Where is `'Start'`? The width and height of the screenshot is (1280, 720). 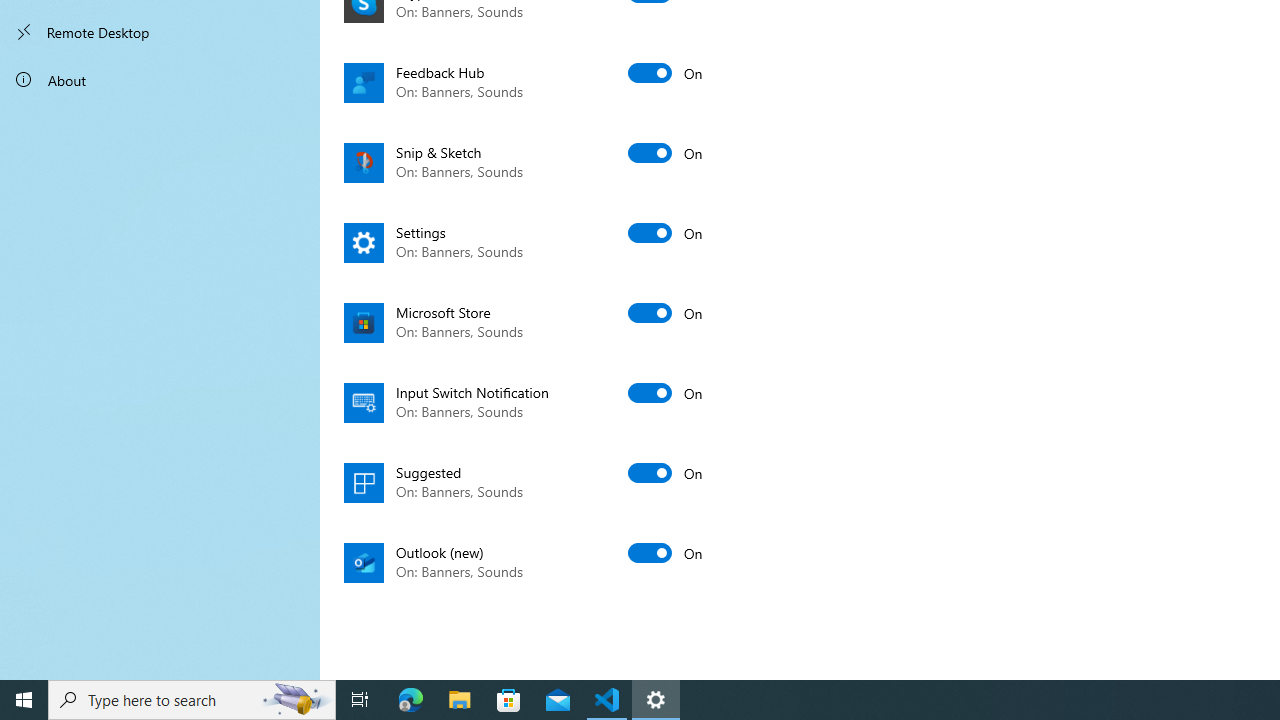
'Start' is located at coordinates (24, 698).